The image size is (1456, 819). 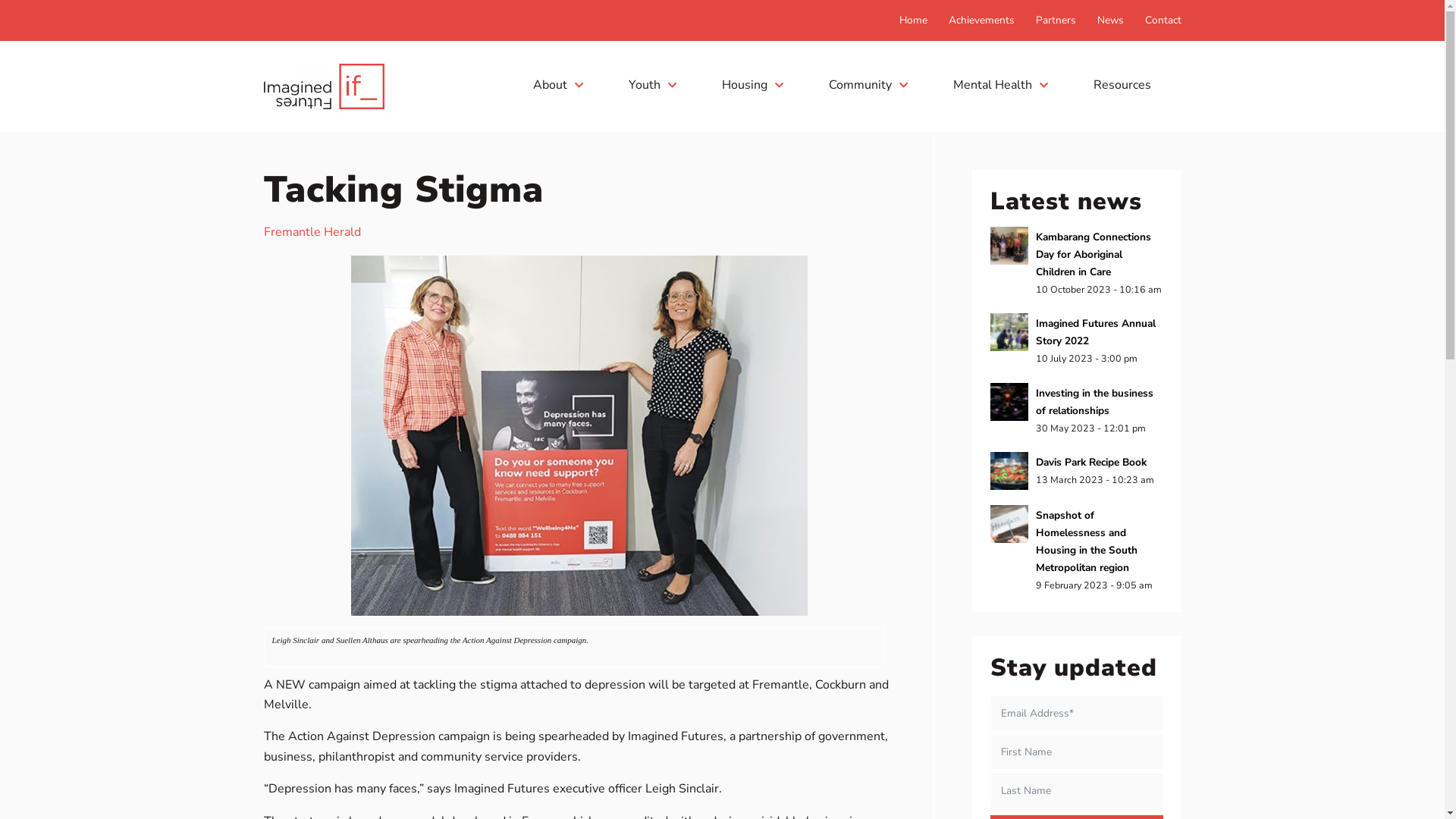 I want to click on 'Achievements', so click(x=981, y=20).